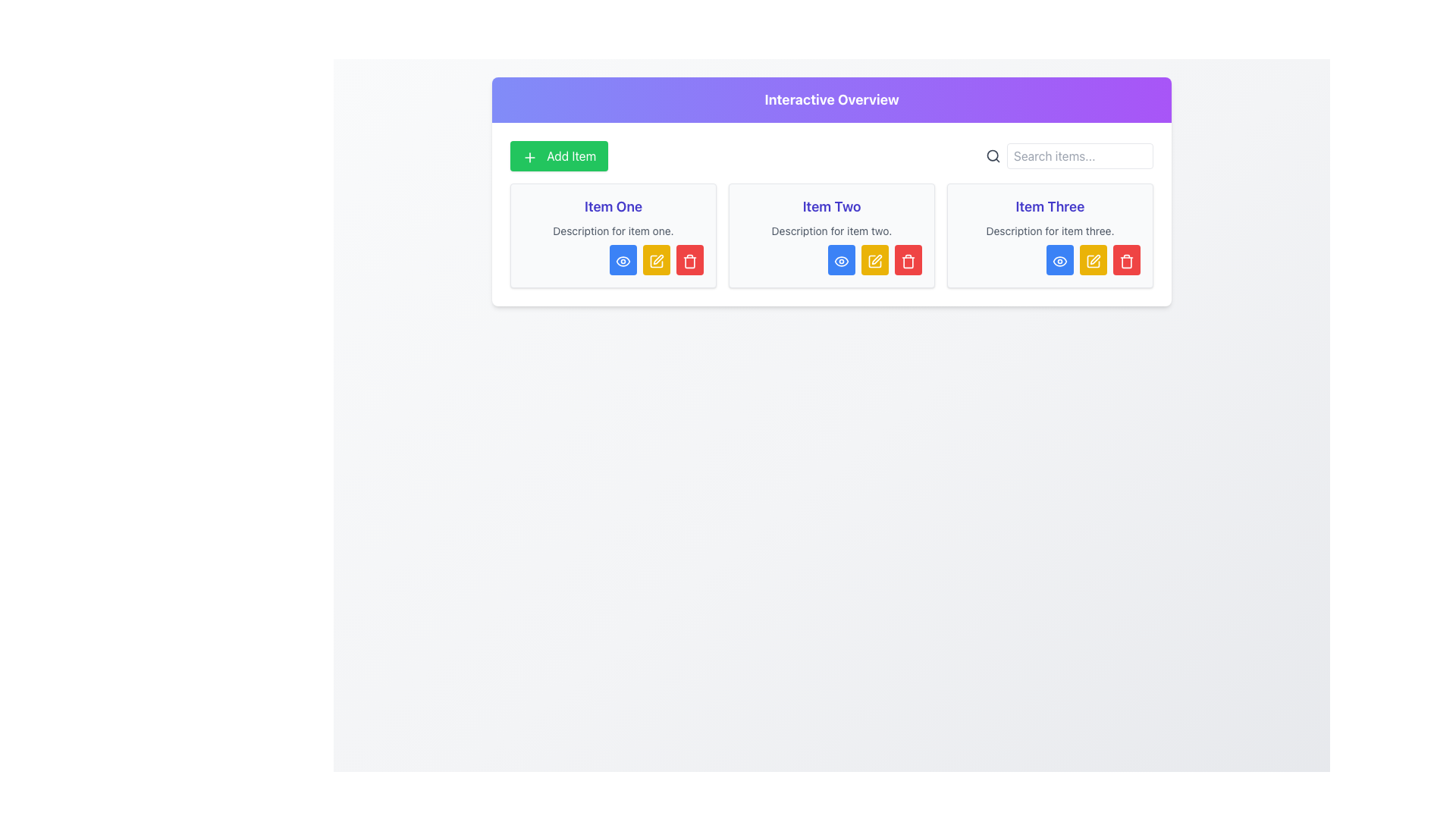  What do you see at coordinates (1059, 259) in the screenshot?
I see `the 'view' button located at the bottom of the 'Item Three' interactive card` at bounding box center [1059, 259].